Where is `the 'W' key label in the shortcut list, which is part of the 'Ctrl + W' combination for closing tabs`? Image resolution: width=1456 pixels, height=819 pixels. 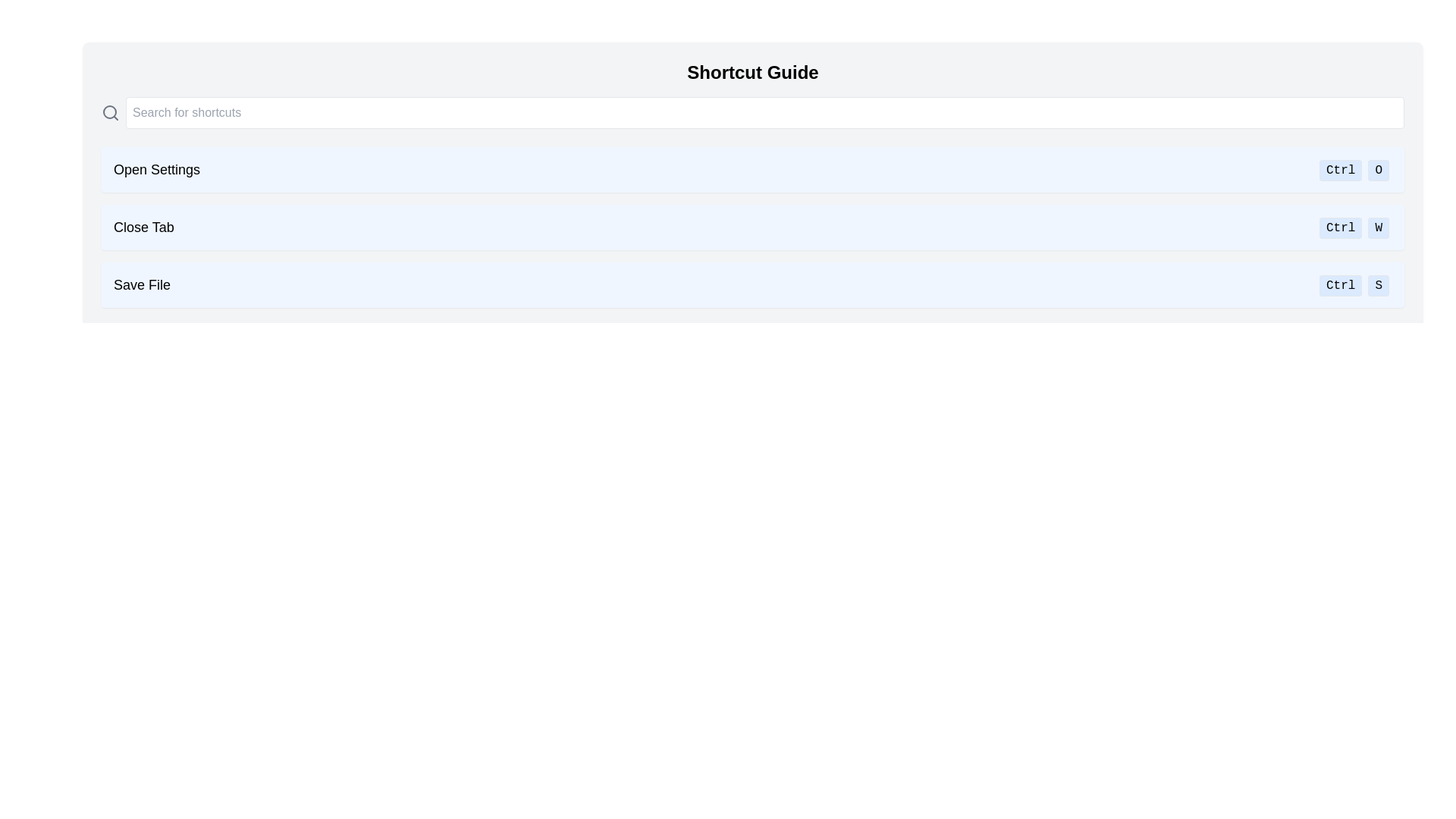 the 'W' key label in the shortcut list, which is part of the 'Ctrl + W' combination for closing tabs is located at coordinates (1379, 227).